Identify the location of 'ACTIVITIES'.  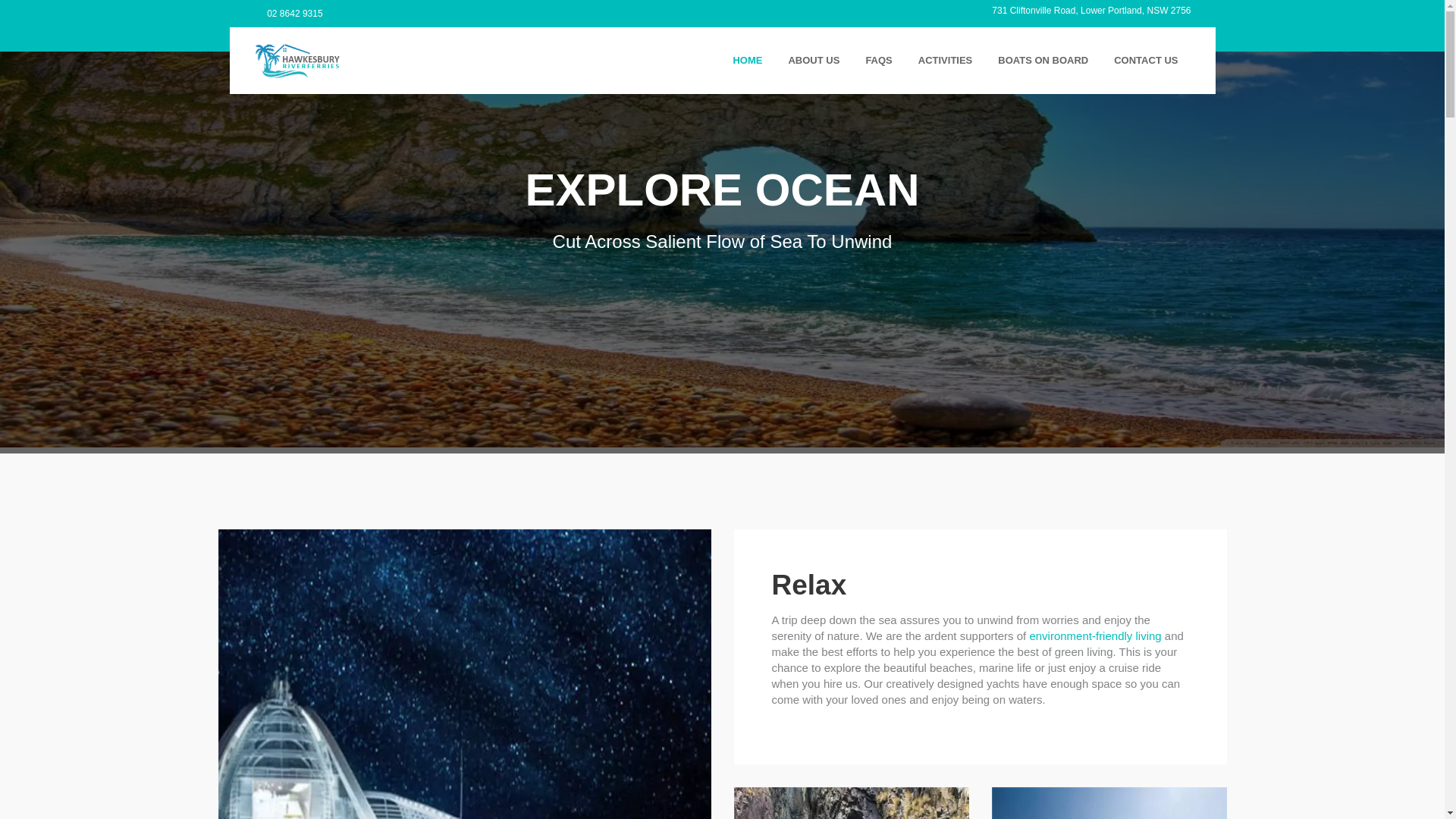
(945, 60).